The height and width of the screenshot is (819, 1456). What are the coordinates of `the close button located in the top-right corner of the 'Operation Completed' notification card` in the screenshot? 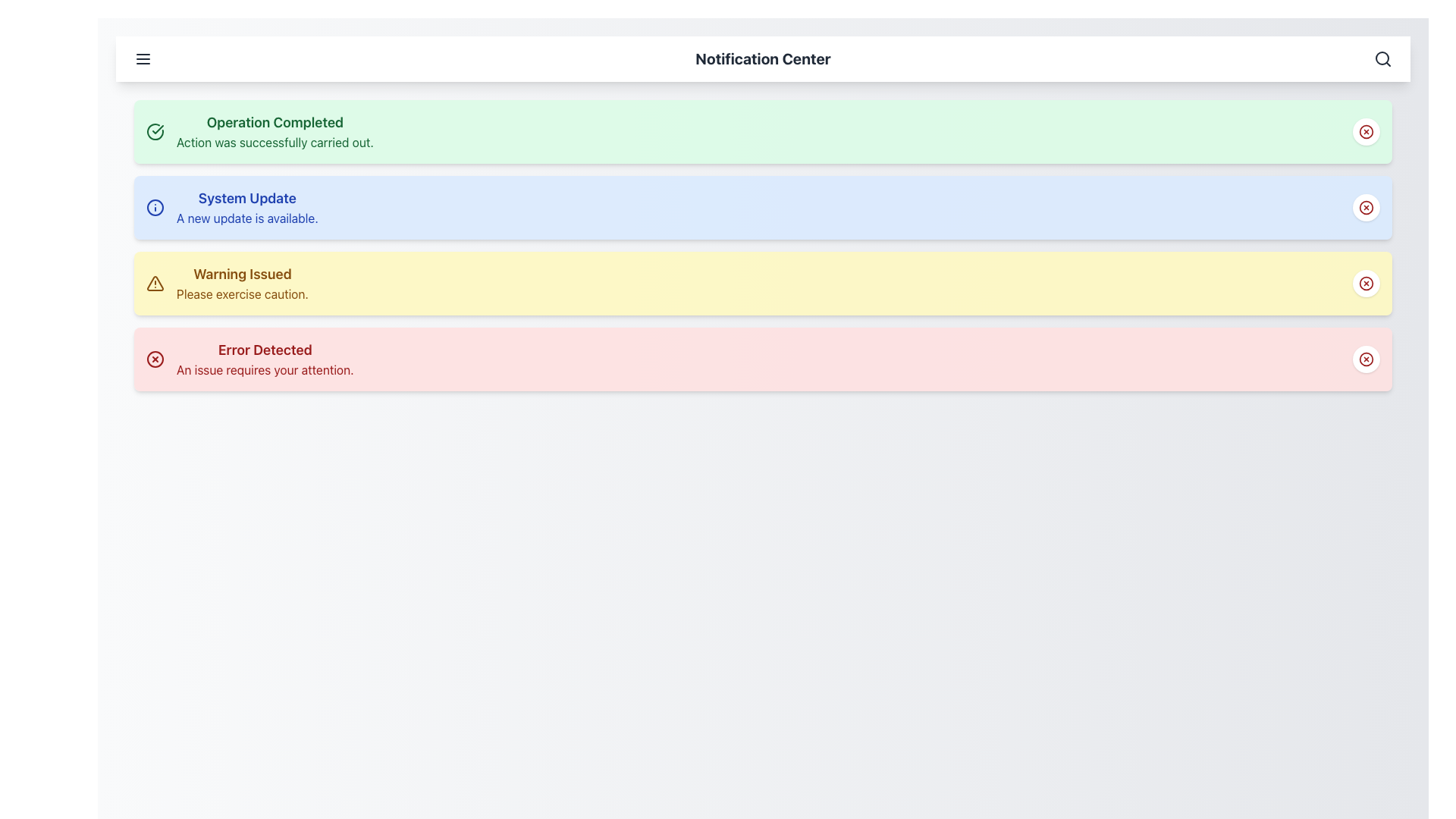 It's located at (1366, 130).